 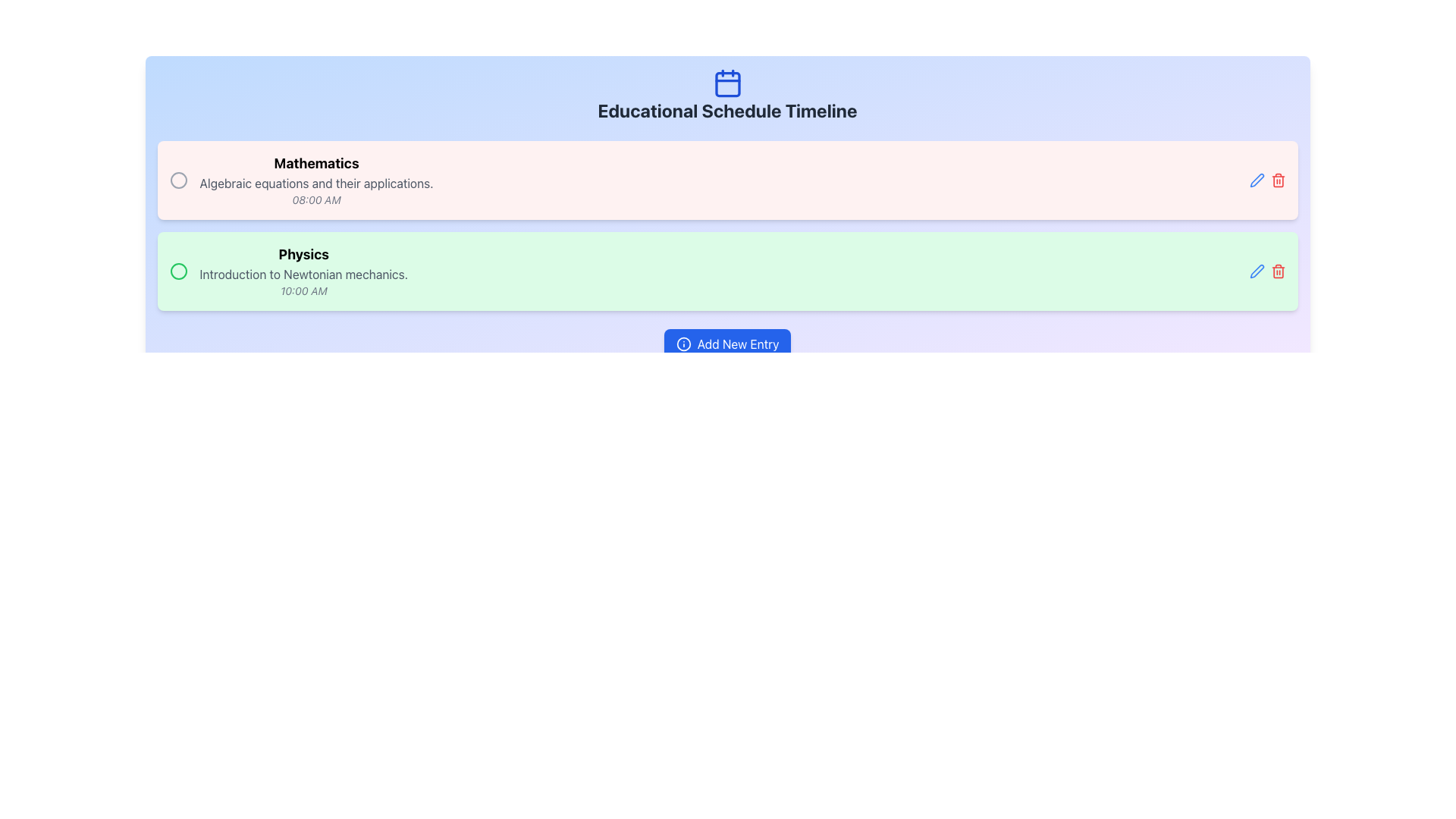 I want to click on the stylized pen icon located in the green section labeled 'Physics', so click(x=1257, y=180).